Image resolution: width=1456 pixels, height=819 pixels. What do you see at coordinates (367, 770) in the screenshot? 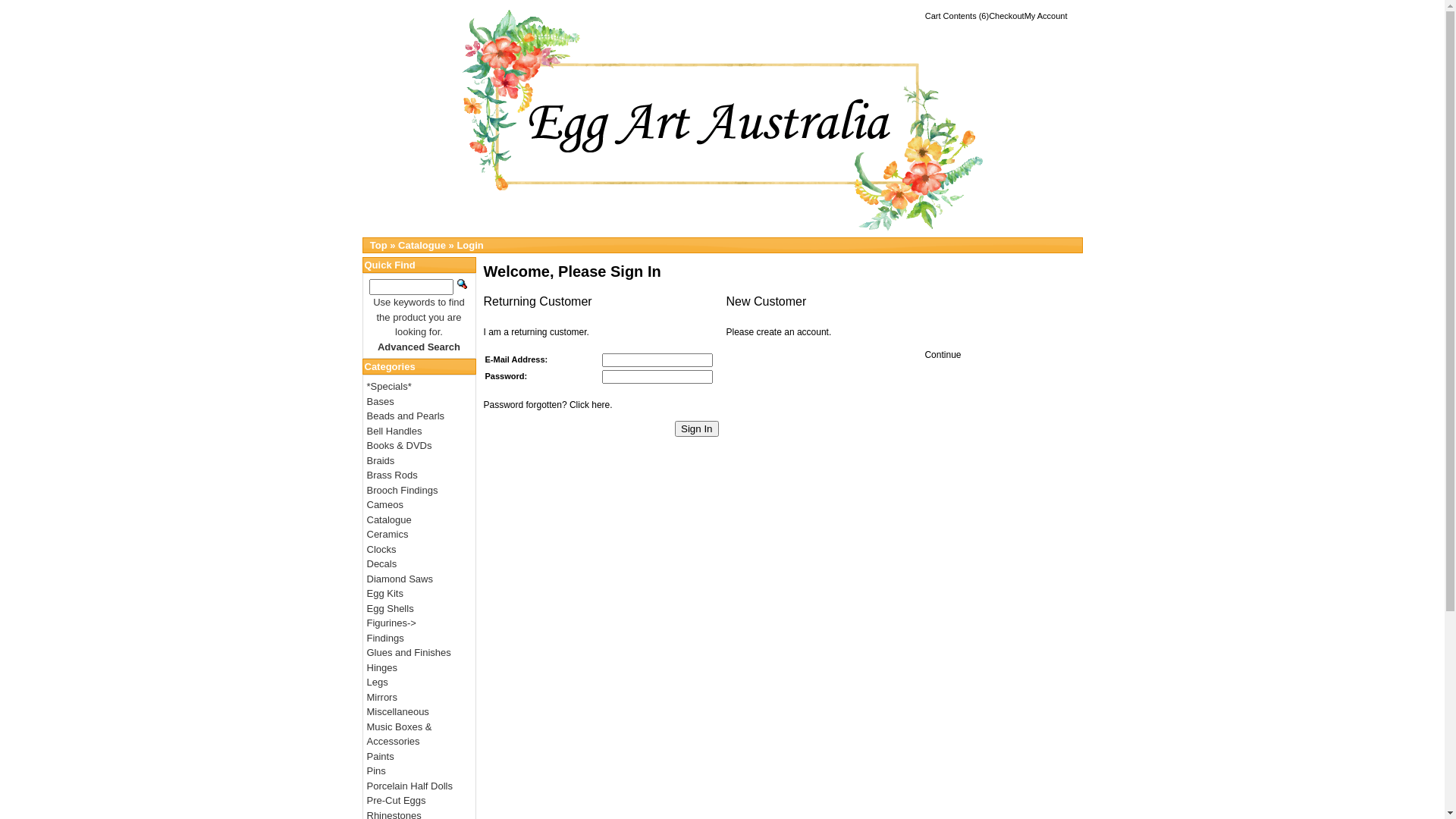
I see `'Pins'` at bounding box center [367, 770].